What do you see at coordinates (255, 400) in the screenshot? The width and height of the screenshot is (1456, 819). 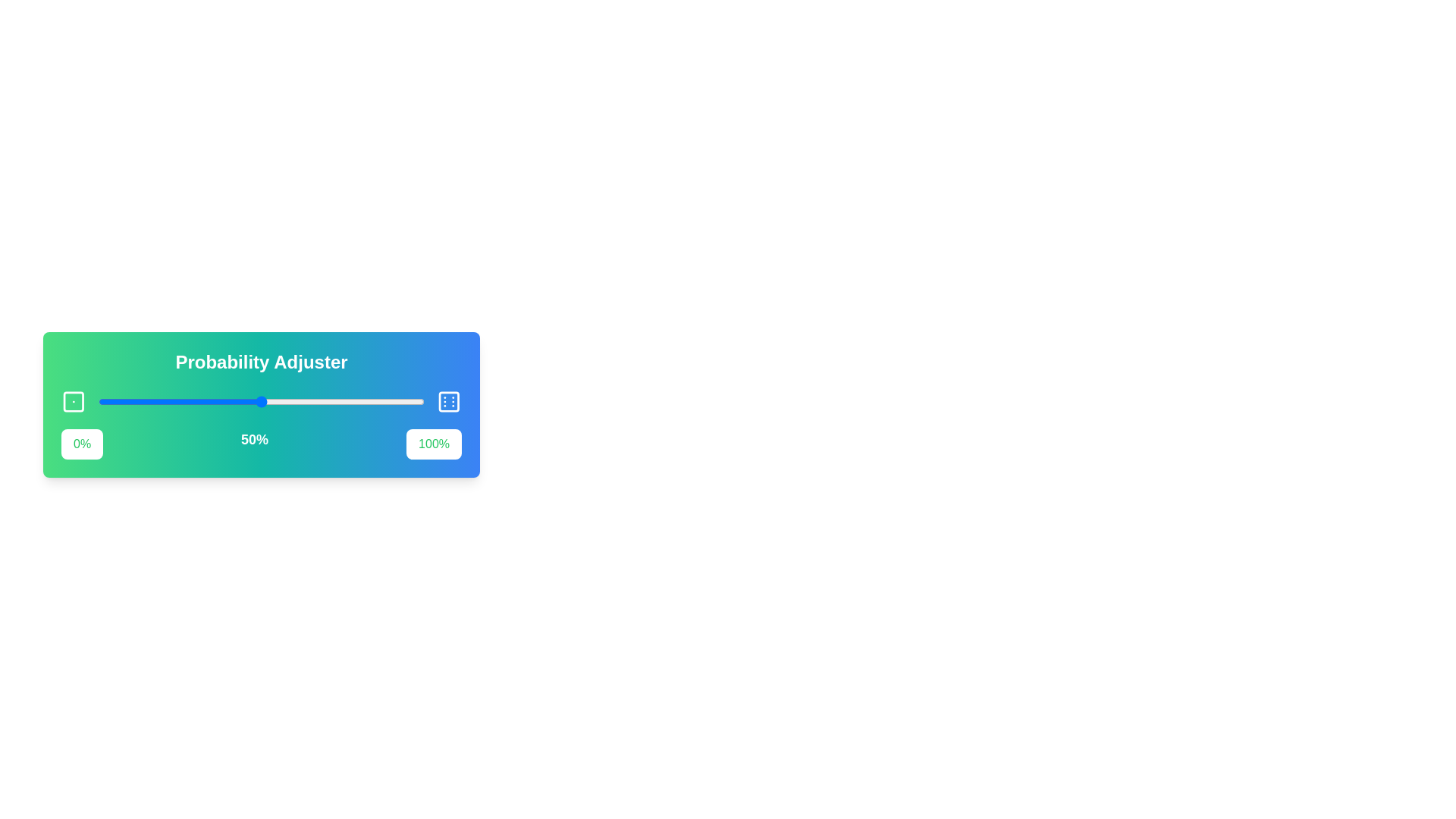 I see `the slider to set the probability to 48%` at bounding box center [255, 400].